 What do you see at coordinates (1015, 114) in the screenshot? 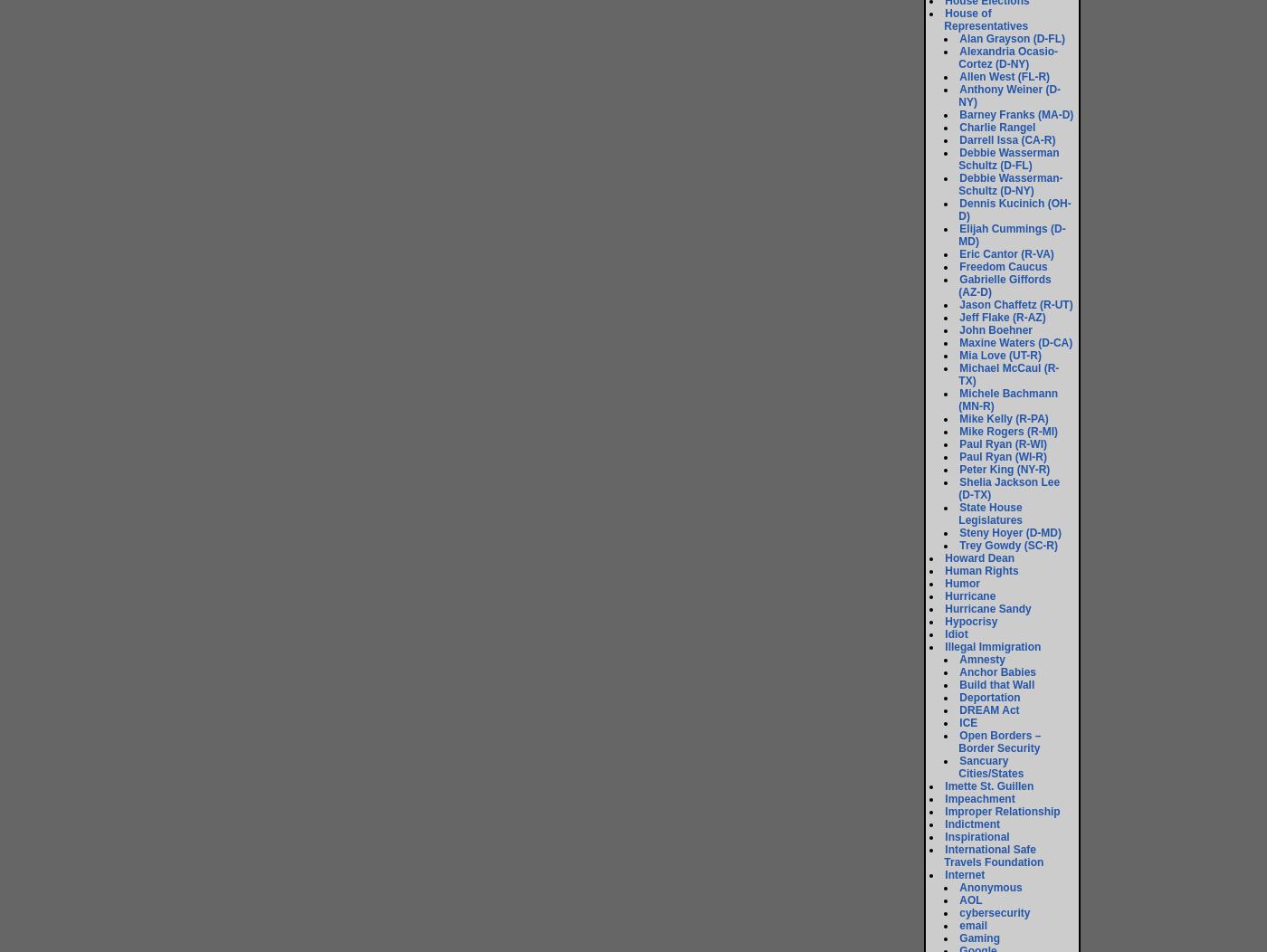
I see `'Barney Franks (MA-D)'` at bounding box center [1015, 114].